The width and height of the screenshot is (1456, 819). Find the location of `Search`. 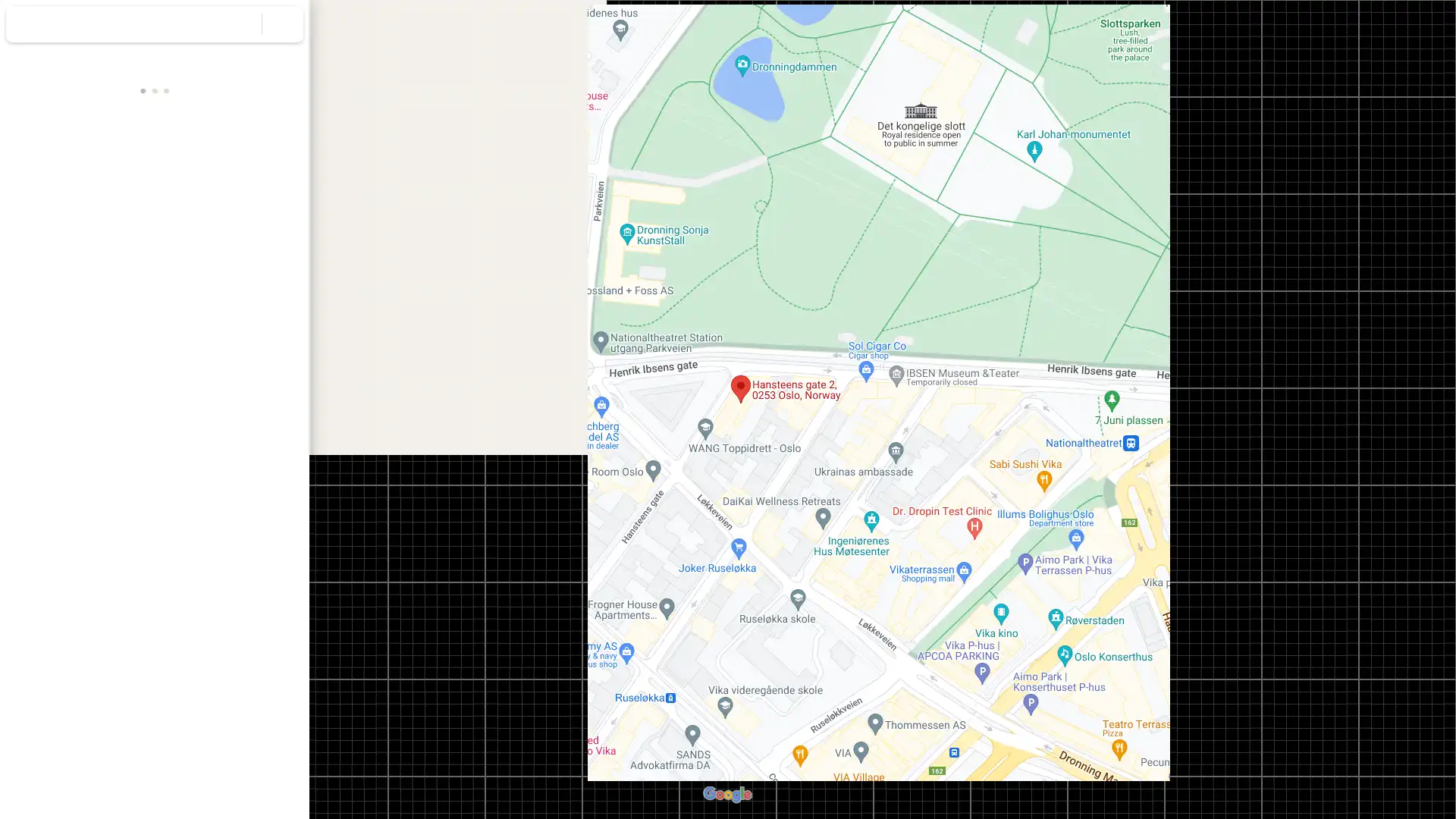

Search is located at coordinates (240, 24).